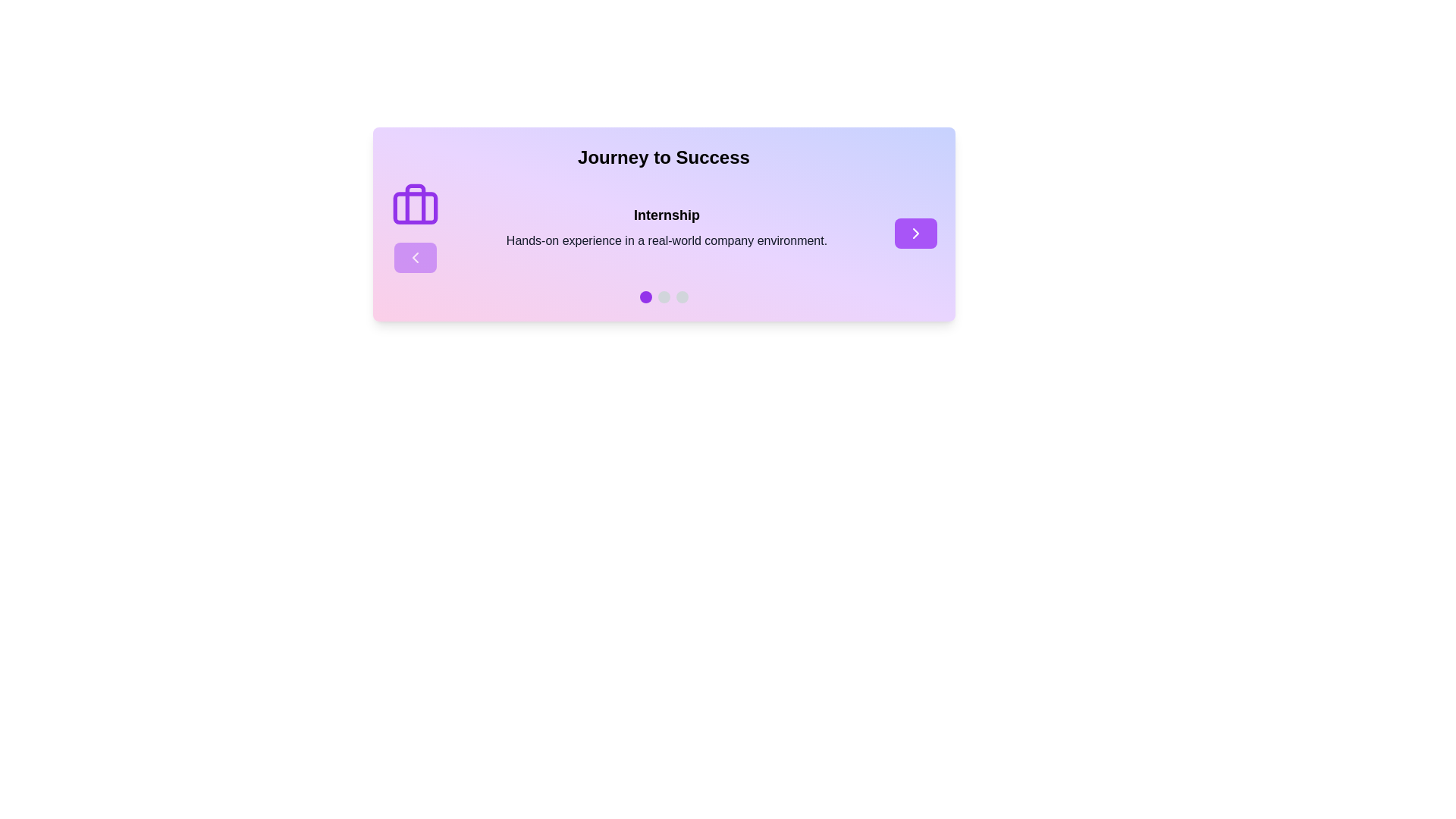 The height and width of the screenshot is (819, 1456). What do you see at coordinates (667, 227) in the screenshot?
I see `the informative text block that describes the internship opportunity` at bounding box center [667, 227].